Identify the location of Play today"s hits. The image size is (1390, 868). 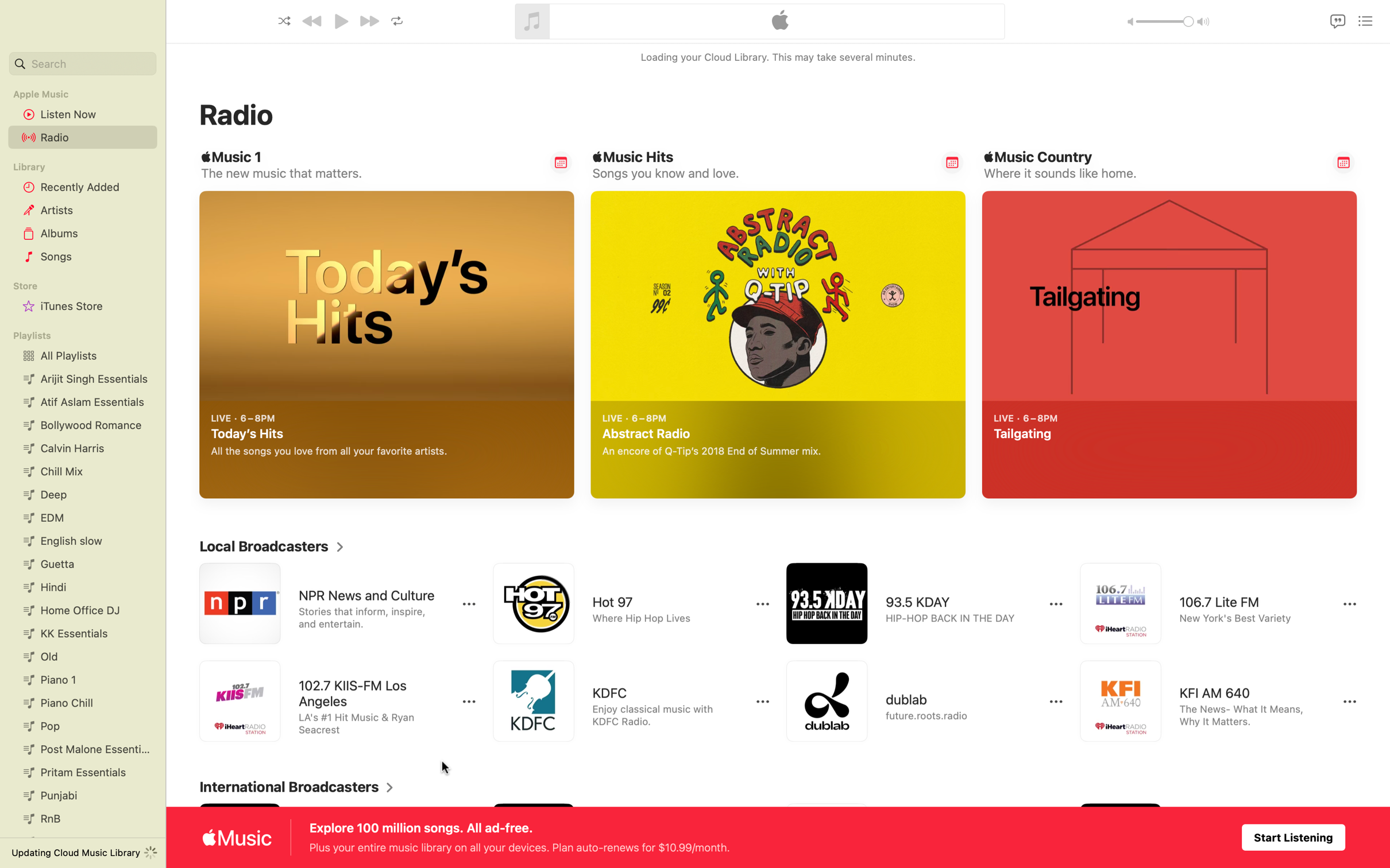
(1303820, 723478).